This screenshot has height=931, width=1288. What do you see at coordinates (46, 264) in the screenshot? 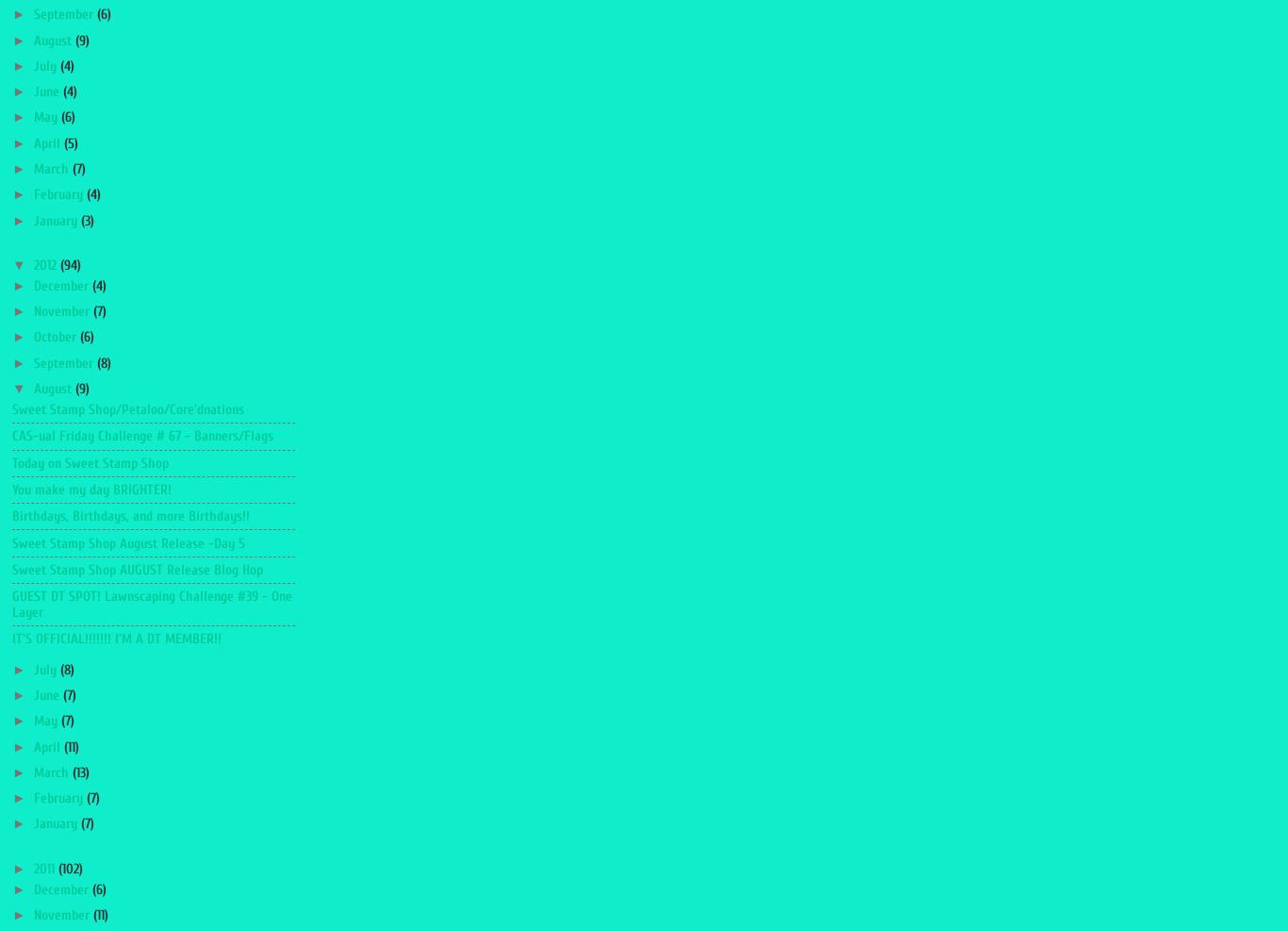
I see `'2012'` at bounding box center [46, 264].